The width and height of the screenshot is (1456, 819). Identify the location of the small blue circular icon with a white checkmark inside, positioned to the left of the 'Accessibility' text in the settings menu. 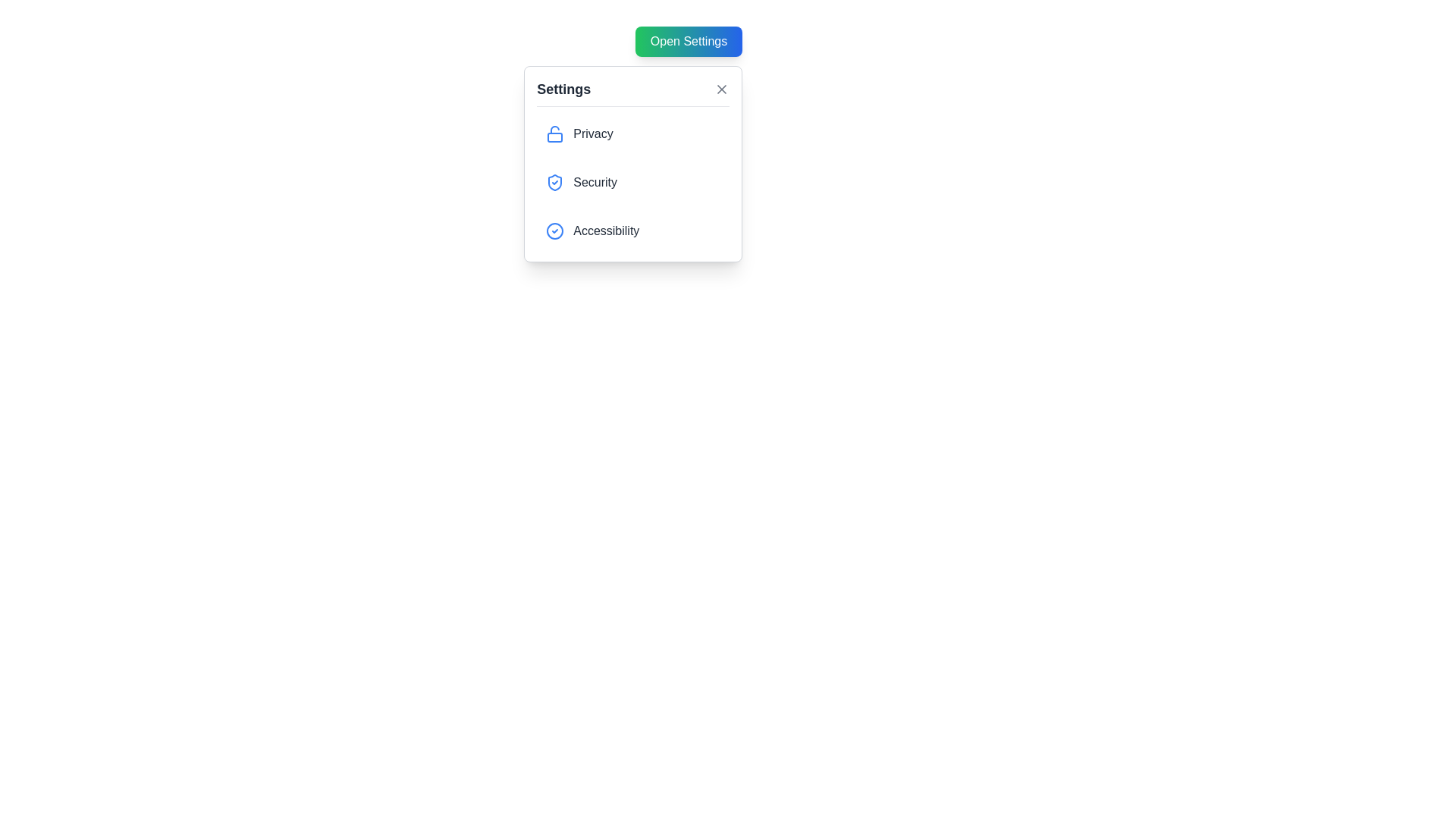
(554, 231).